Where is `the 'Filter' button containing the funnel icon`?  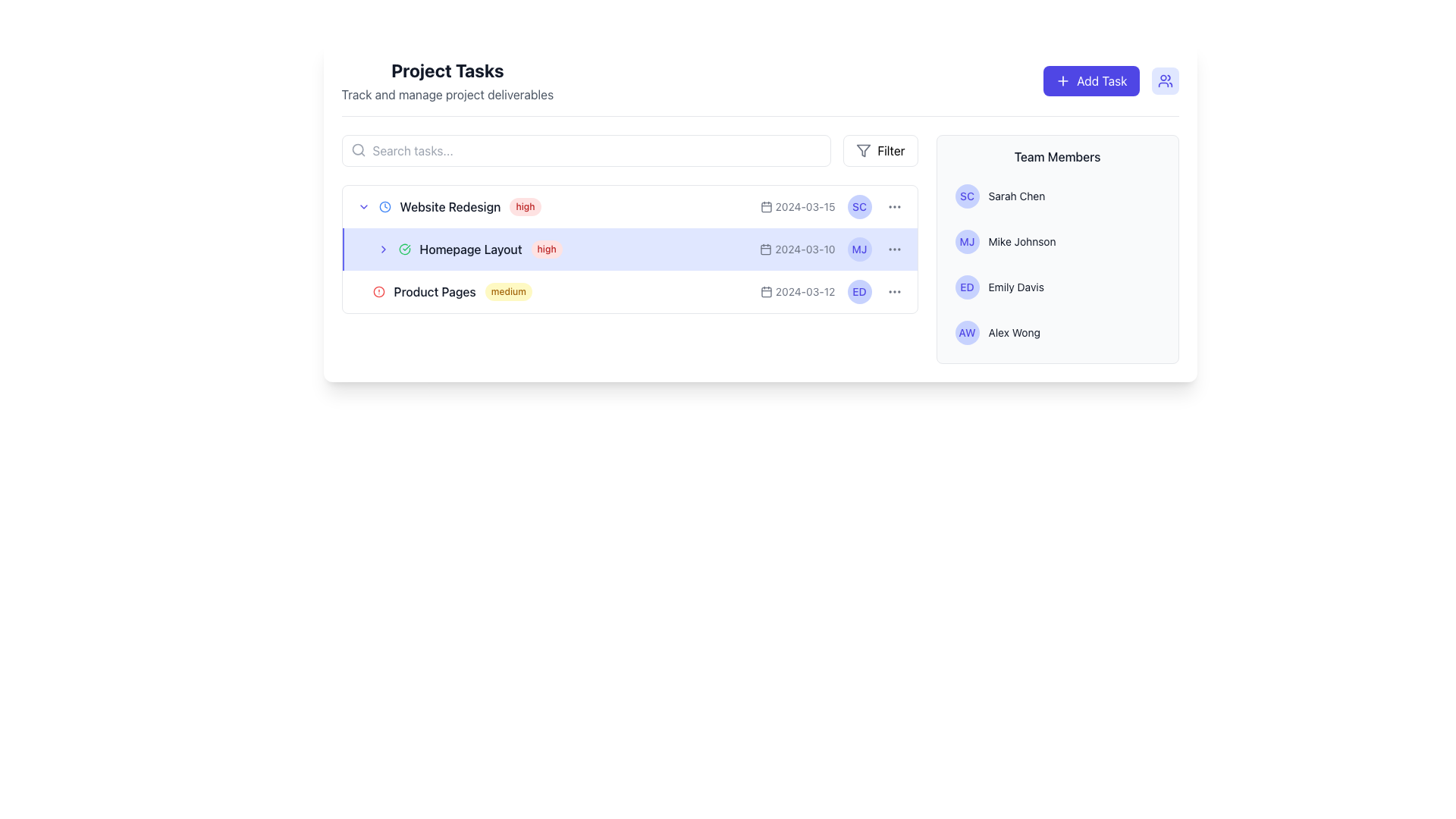
the 'Filter' button containing the funnel icon is located at coordinates (863, 151).